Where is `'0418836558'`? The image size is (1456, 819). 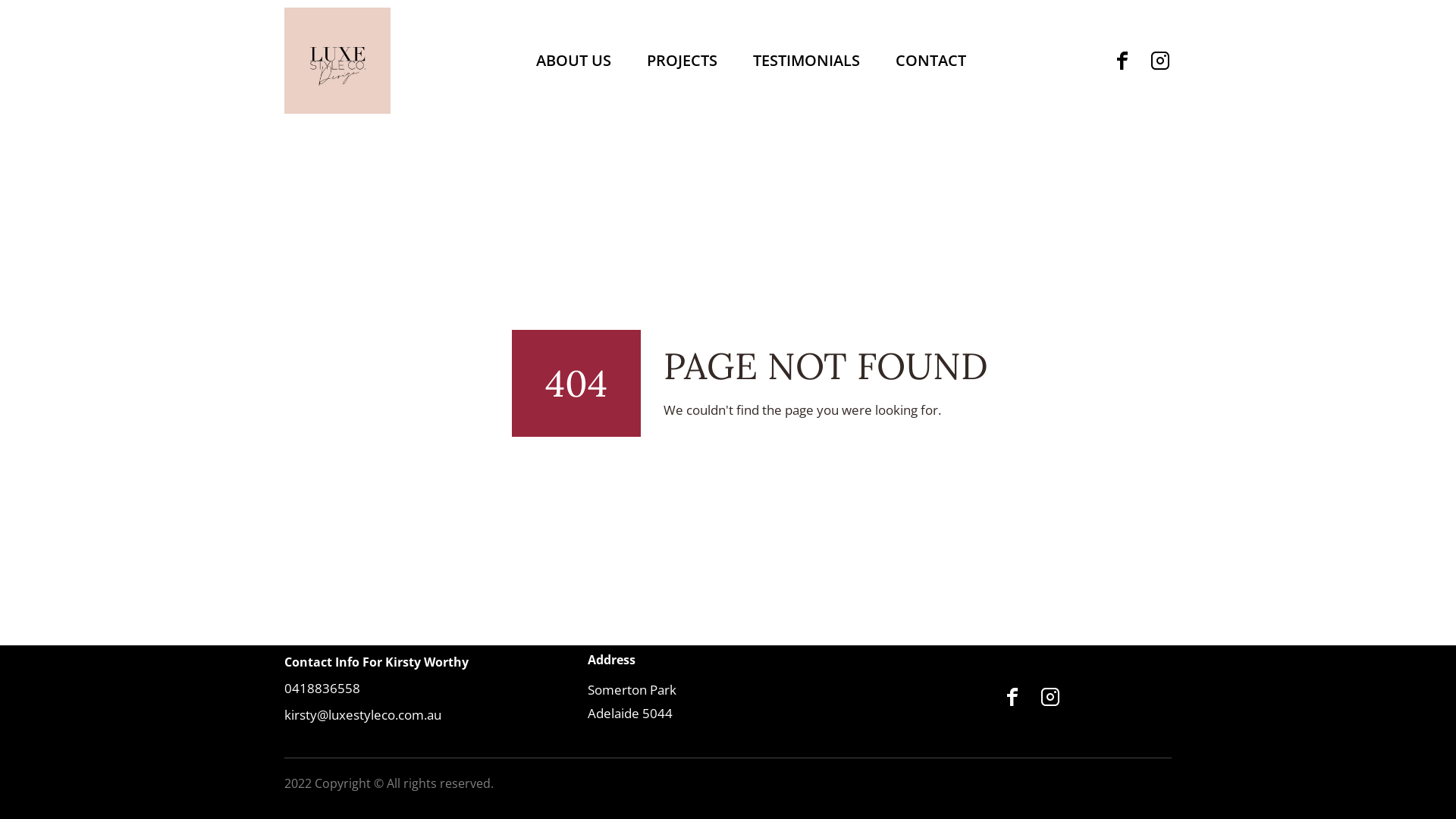 '0418836558' is located at coordinates (322, 688).